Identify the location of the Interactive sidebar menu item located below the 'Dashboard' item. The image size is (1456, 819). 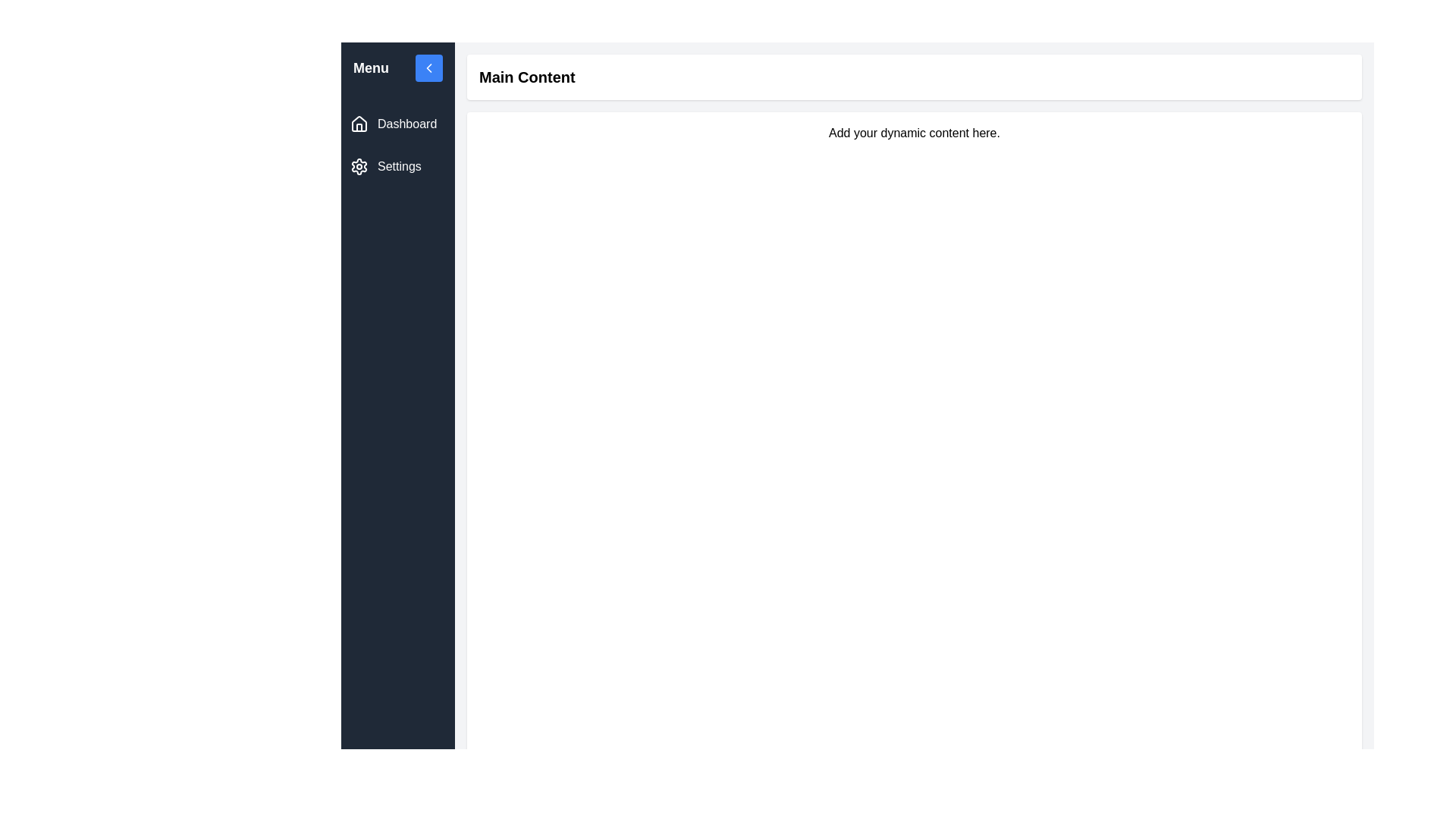
(397, 166).